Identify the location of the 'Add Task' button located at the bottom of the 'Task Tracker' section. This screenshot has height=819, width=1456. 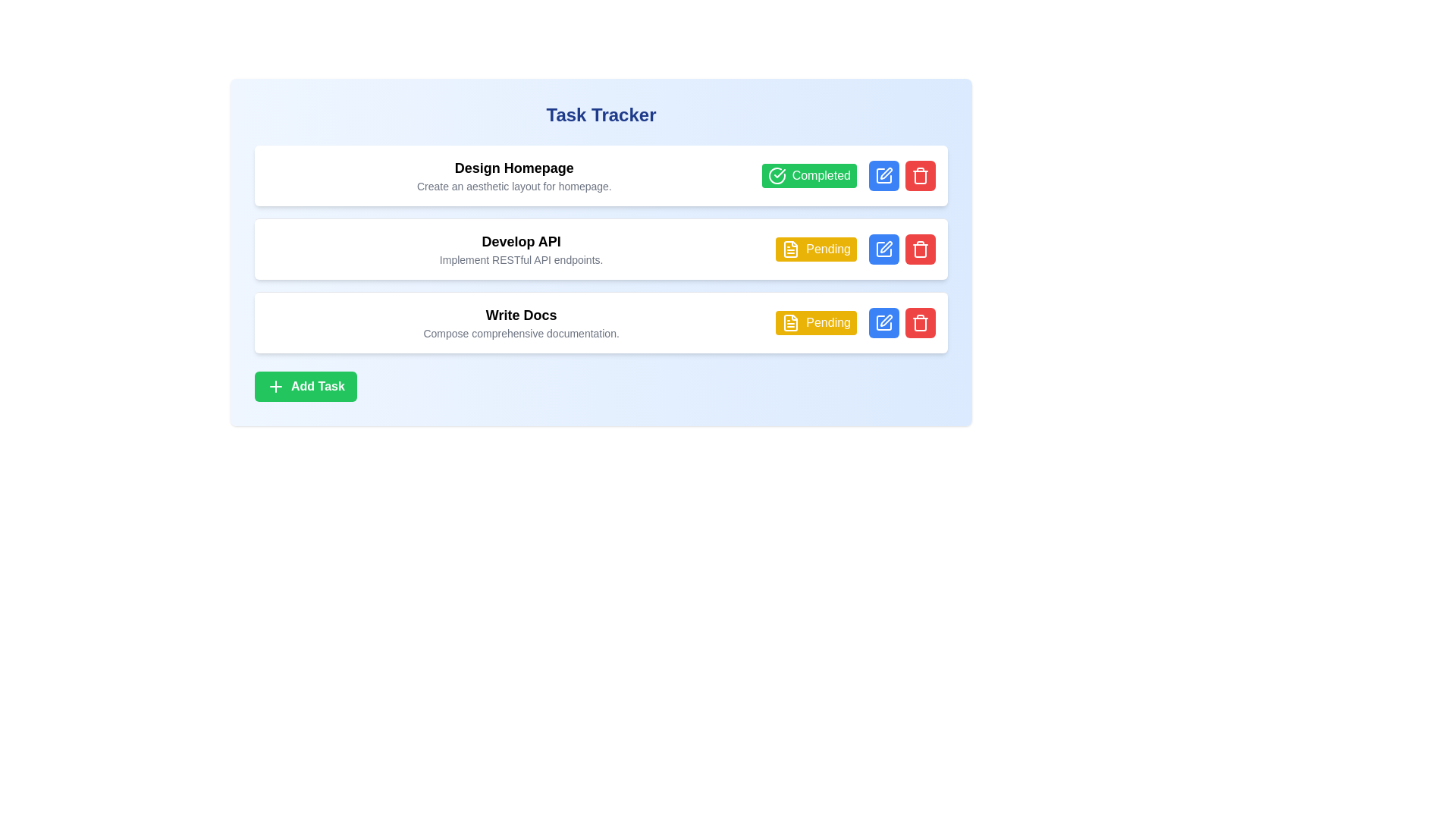
(305, 385).